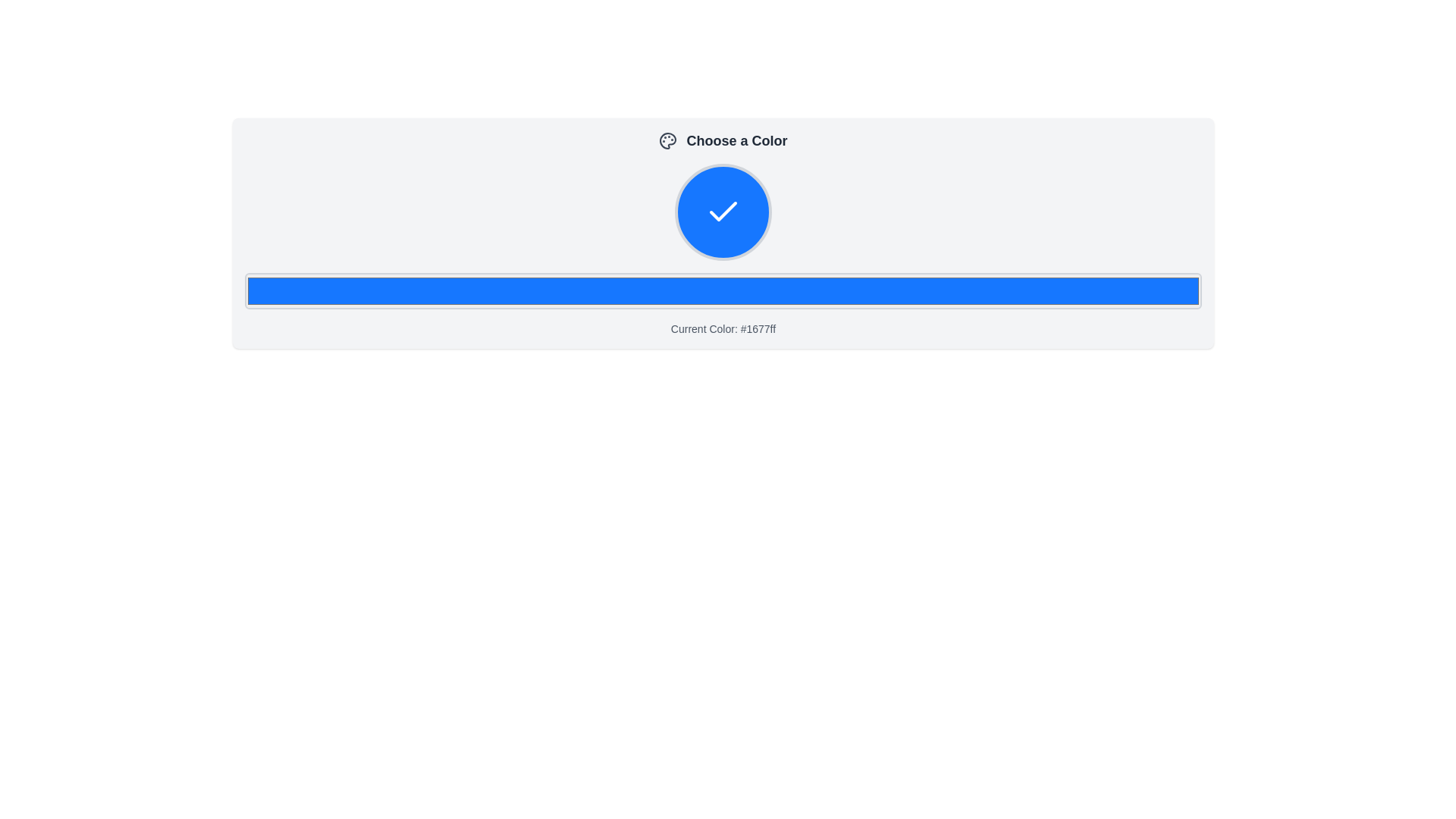 The image size is (1456, 819). What do you see at coordinates (723, 212) in the screenshot?
I see `the confirmation success icon, which is centered within a blue circular button located near the top center of the interface, indicating a completed operation` at bounding box center [723, 212].